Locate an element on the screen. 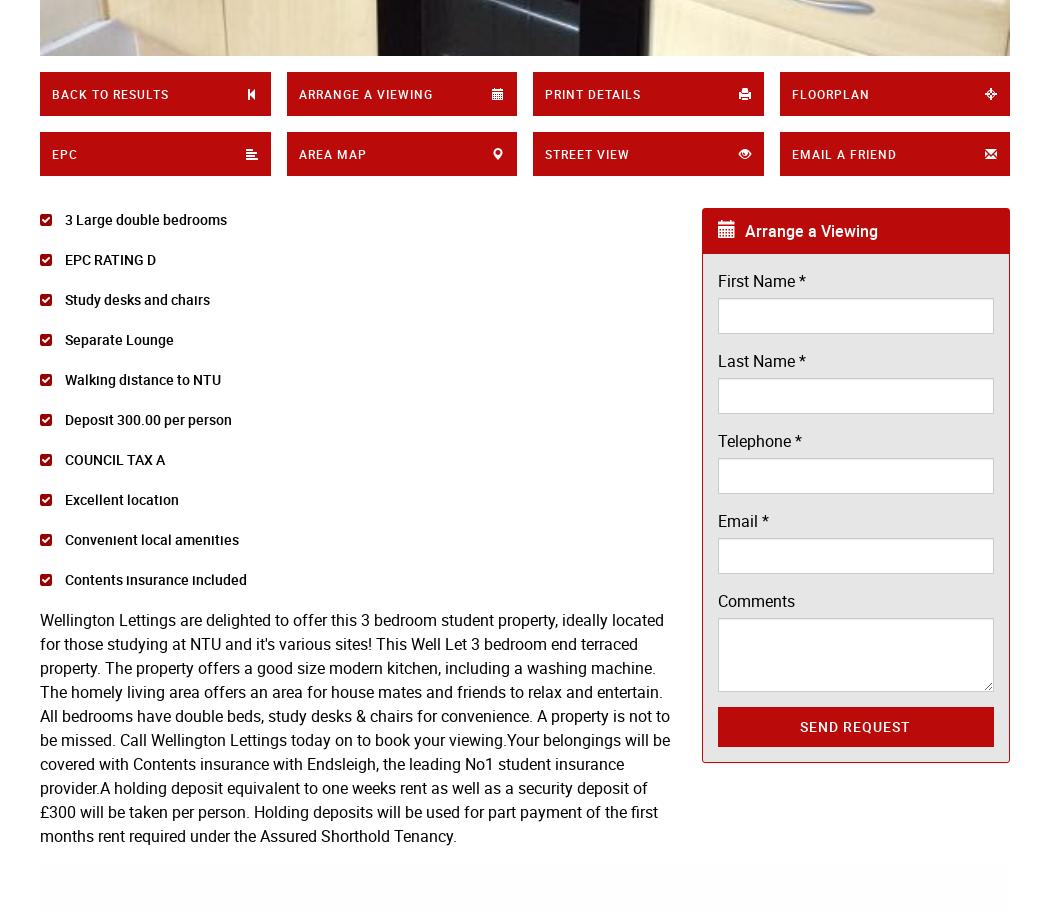  'Email' is located at coordinates (716, 521).